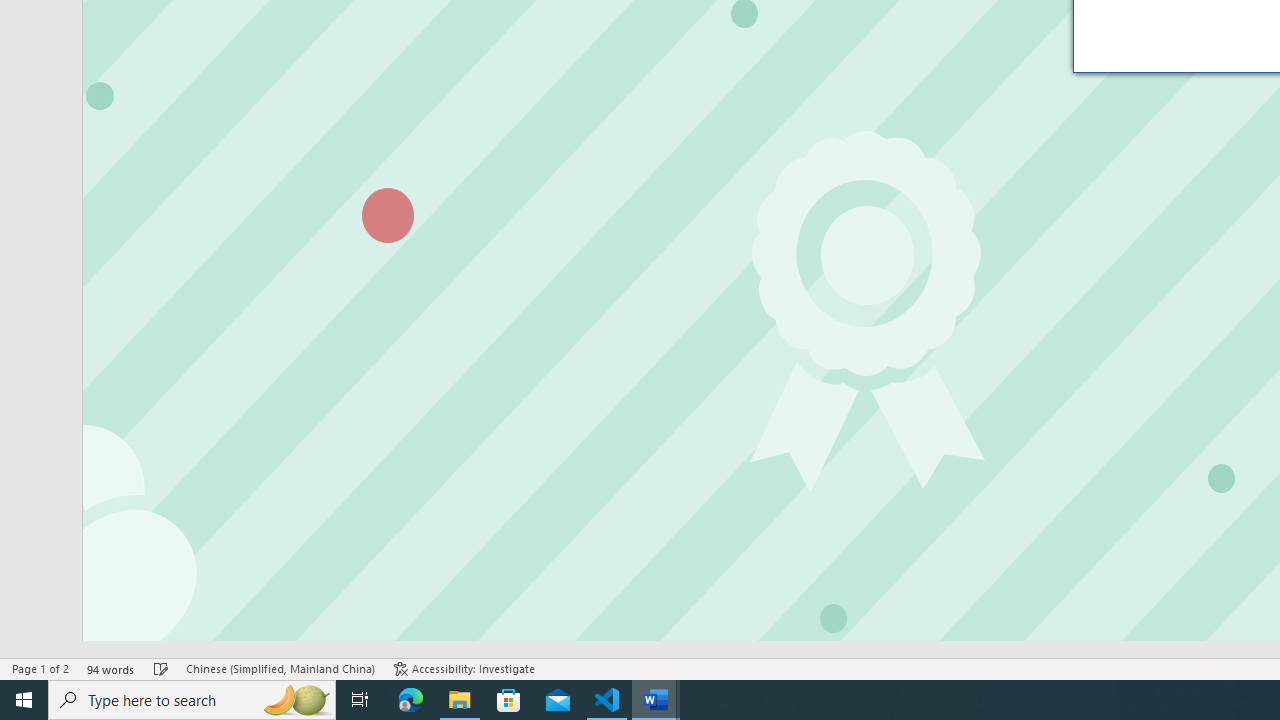 The width and height of the screenshot is (1280, 720). What do you see at coordinates (40, 669) in the screenshot?
I see `'Page Number Page 1 of 2'` at bounding box center [40, 669].